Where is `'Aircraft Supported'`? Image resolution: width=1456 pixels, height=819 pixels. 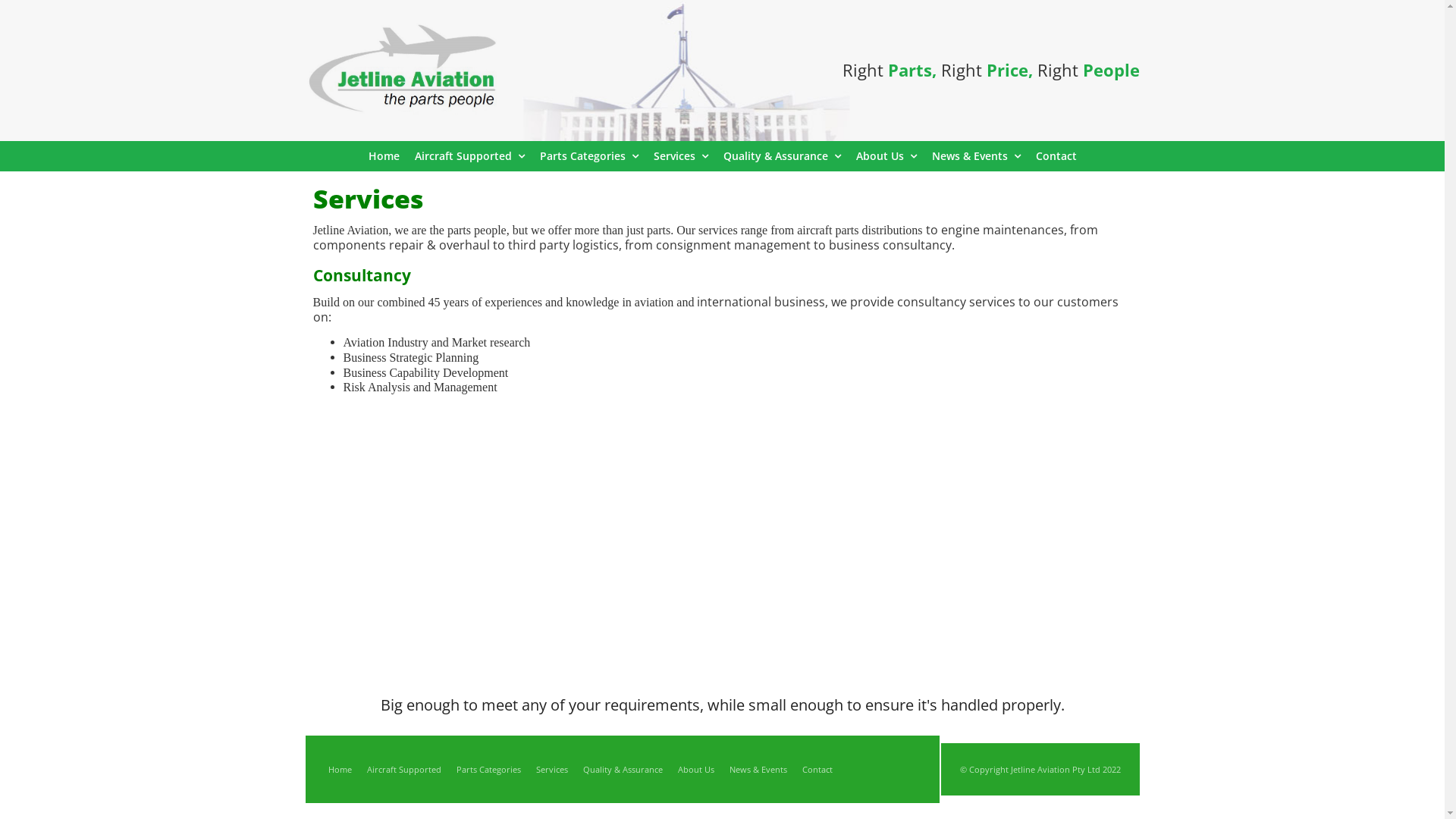 'Aircraft Supported' is located at coordinates (403, 769).